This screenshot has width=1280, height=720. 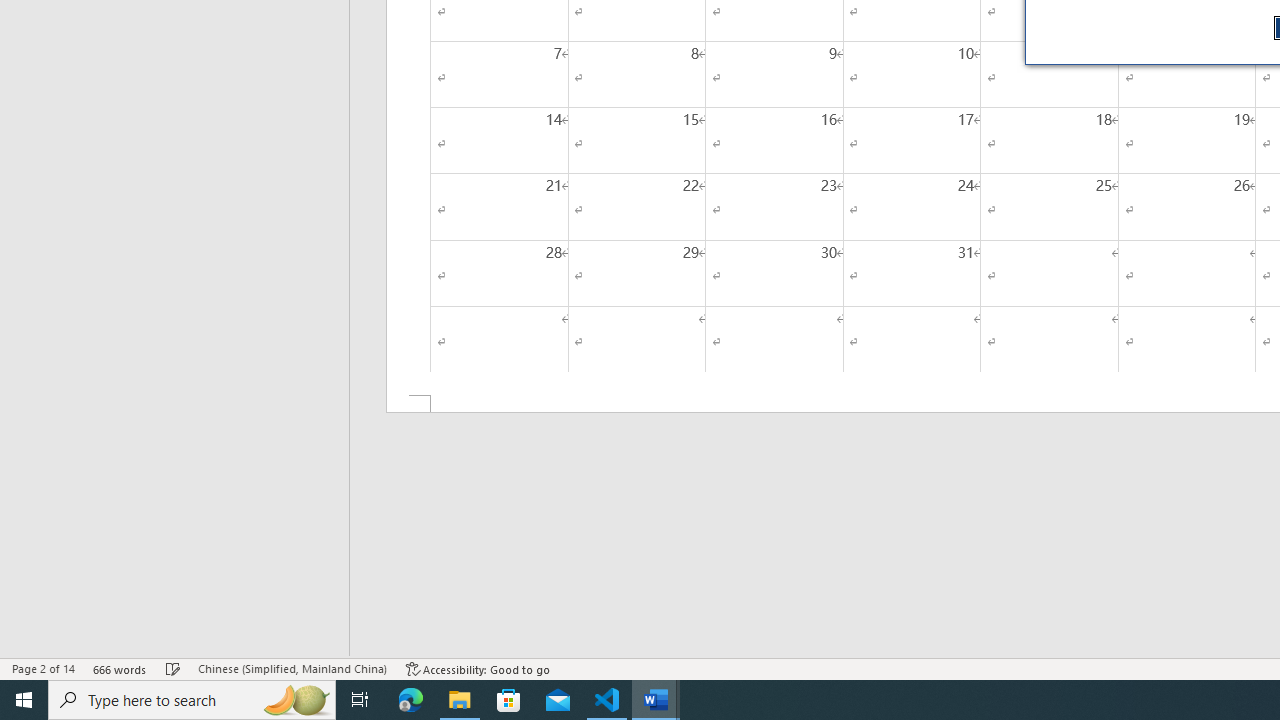 I want to click on 'Microsoft Store', so click(x=509, y=698).